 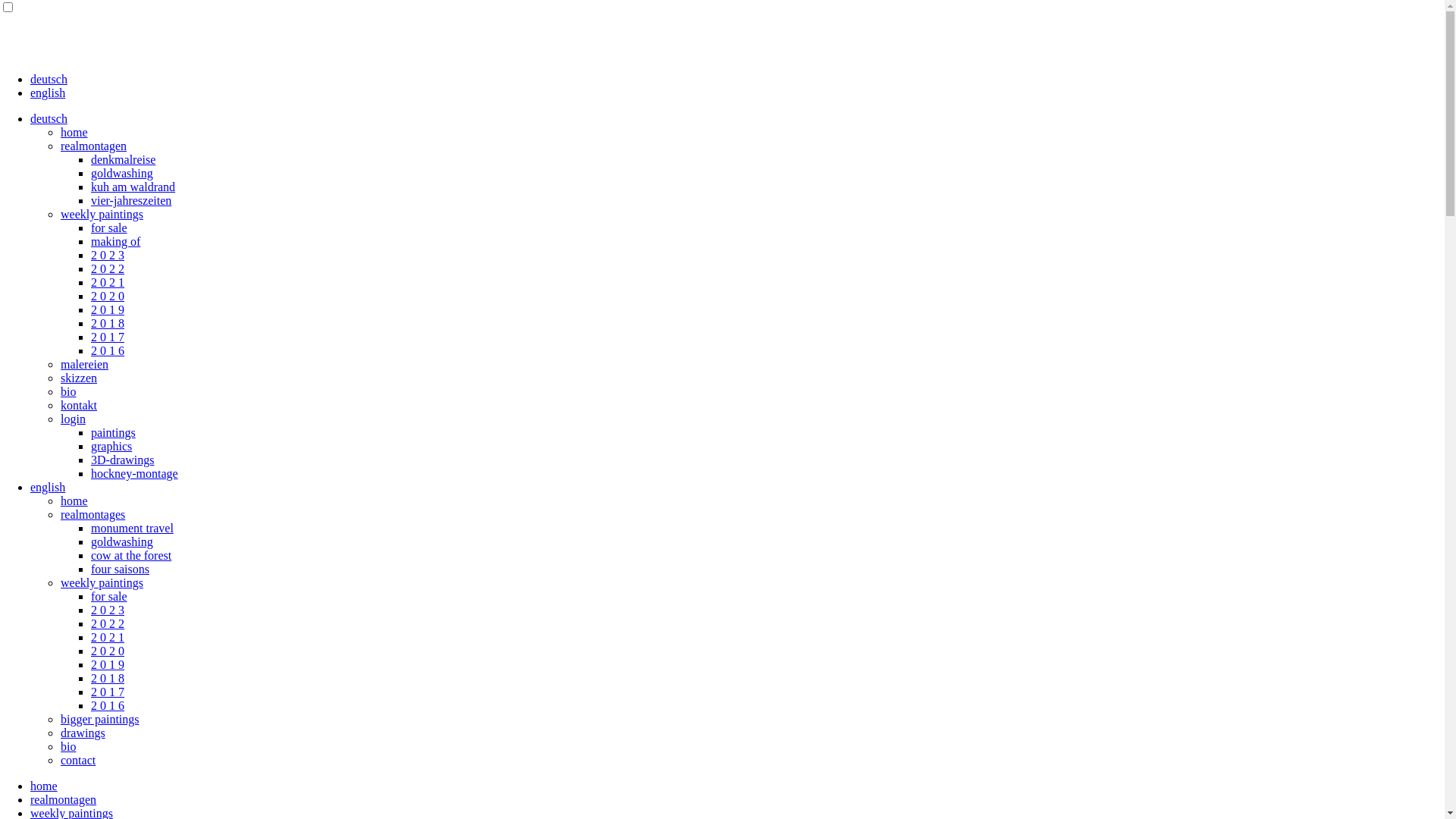 I want to click on 'vier-jahreszeiten', so click(x=130, y=199).